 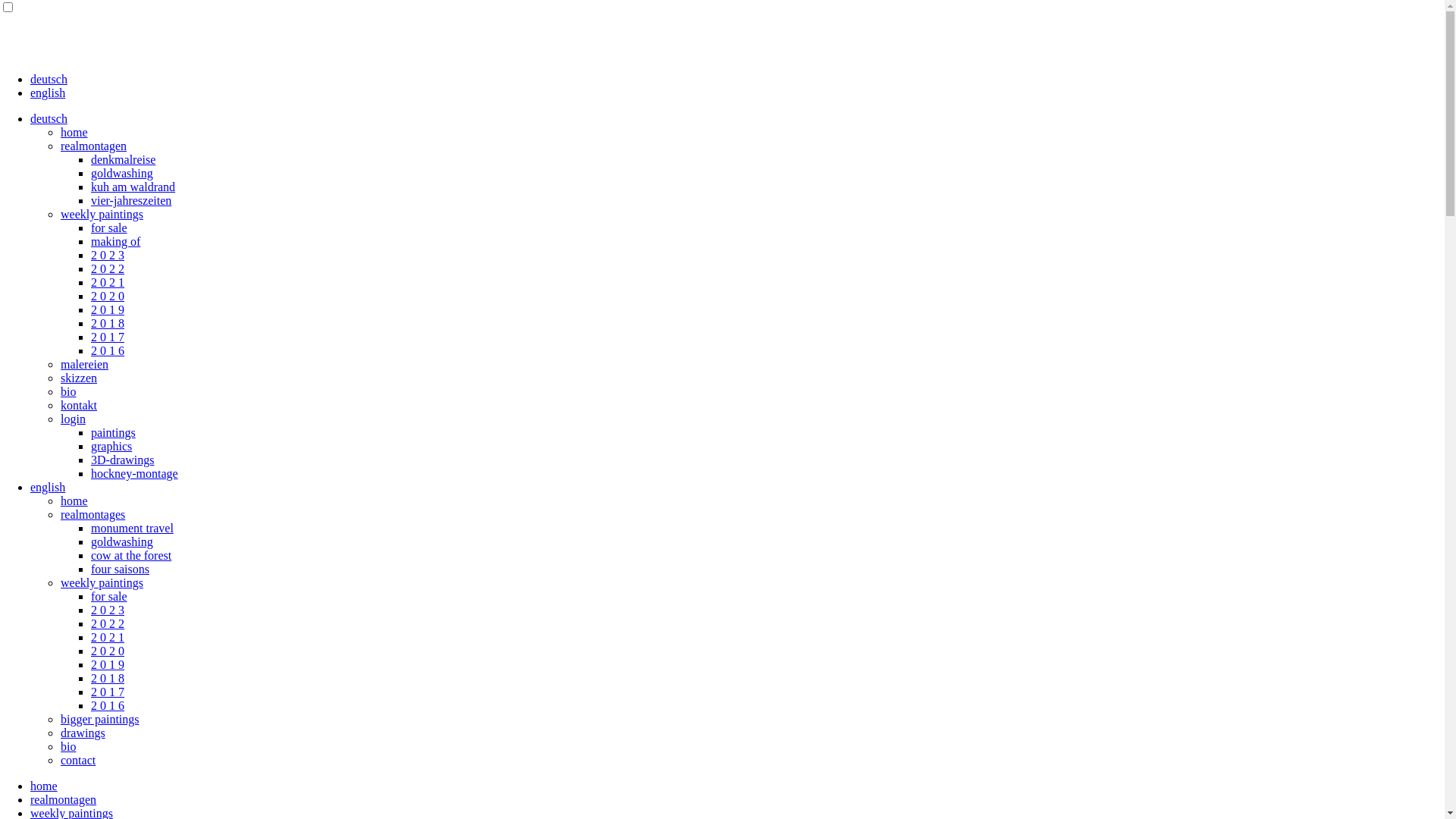 I want to click on 'vier-jahreszeiten', so click(x=130, y=199).